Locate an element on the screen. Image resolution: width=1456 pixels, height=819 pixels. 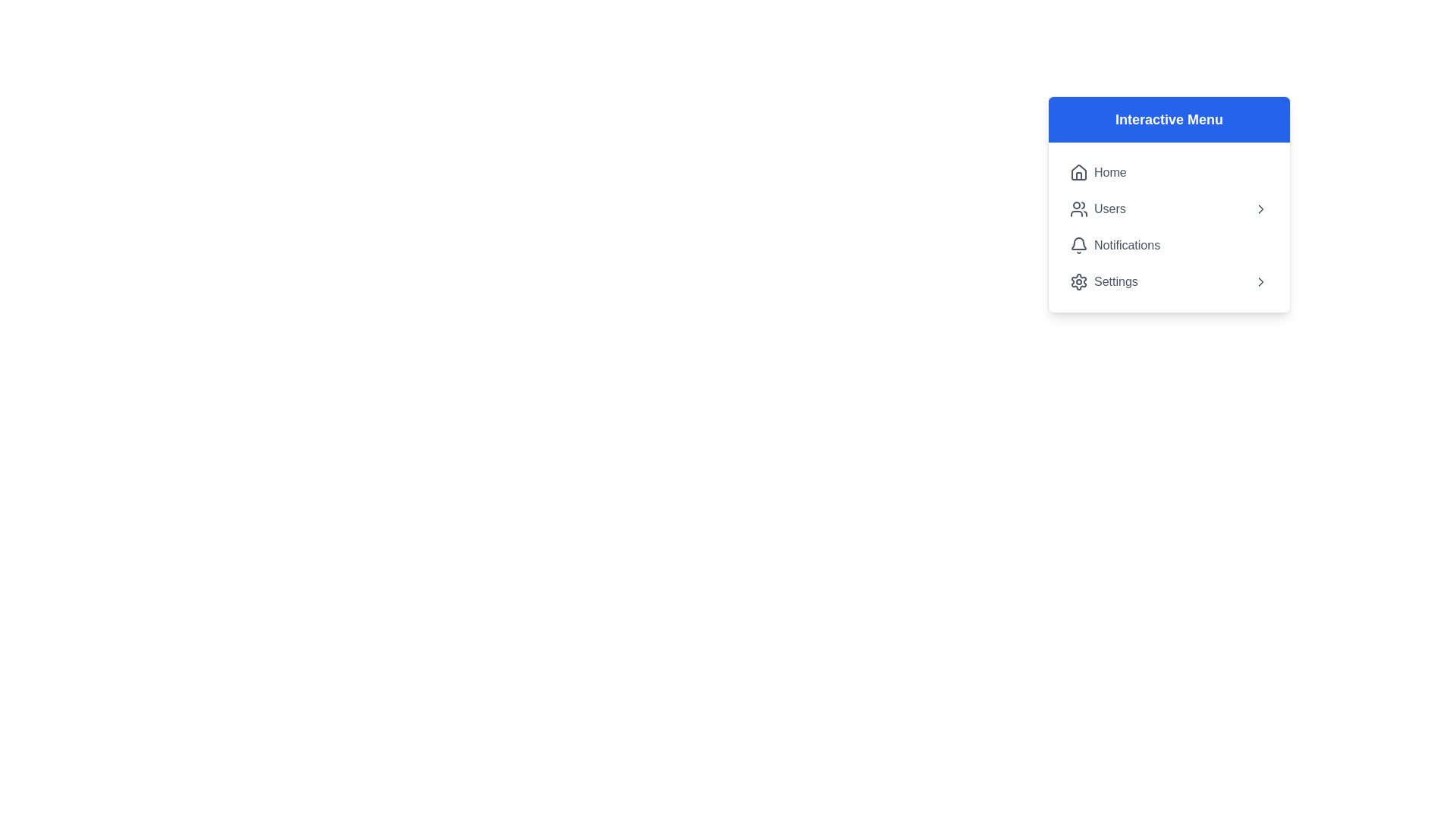
the small right-facing chevron icon located at the far right side of the 'Settings' menu item is located at coordinates (1260, 281).